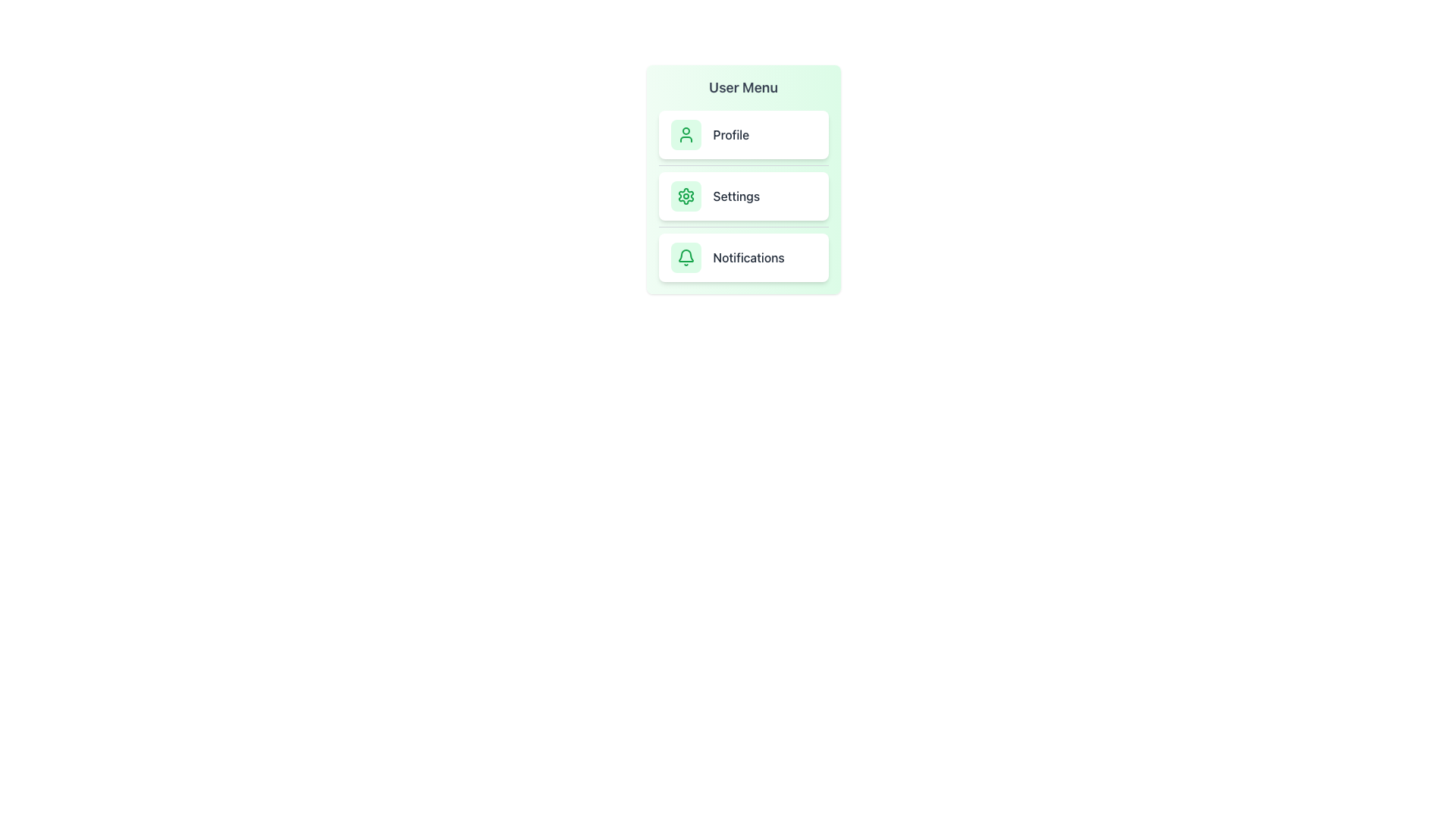 The image size is (1456, 819). What do you see at coordinates (743, 133) in the screenshot?
I see `the navigation button under the 'User Menu' heading` at bounding box center [743, 133].